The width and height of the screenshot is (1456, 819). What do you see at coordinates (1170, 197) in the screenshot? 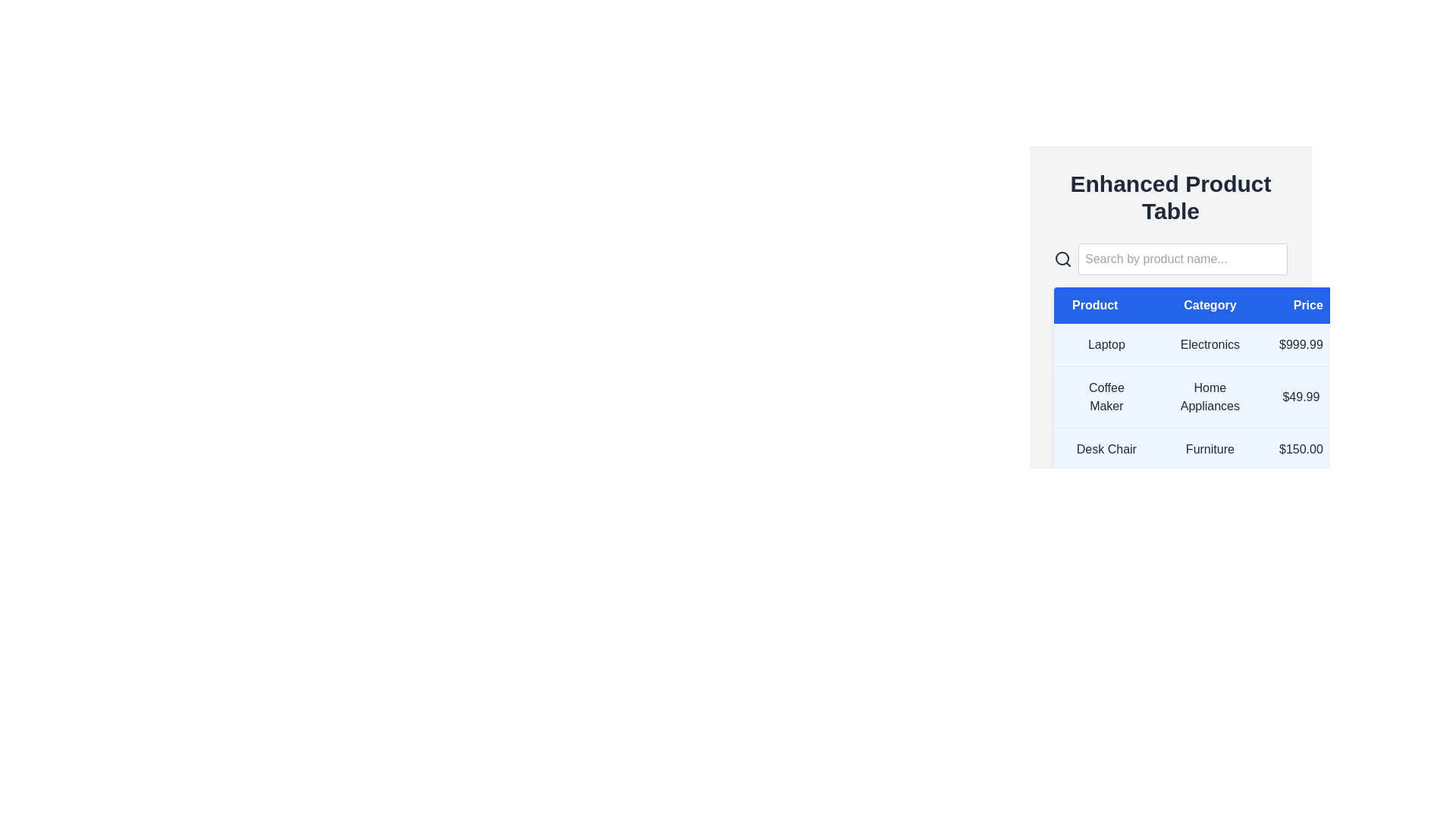
I see `the heading text element that serves as the title for the section, positioned at the topmost area above the search input` at bounding box center [1170, 197].